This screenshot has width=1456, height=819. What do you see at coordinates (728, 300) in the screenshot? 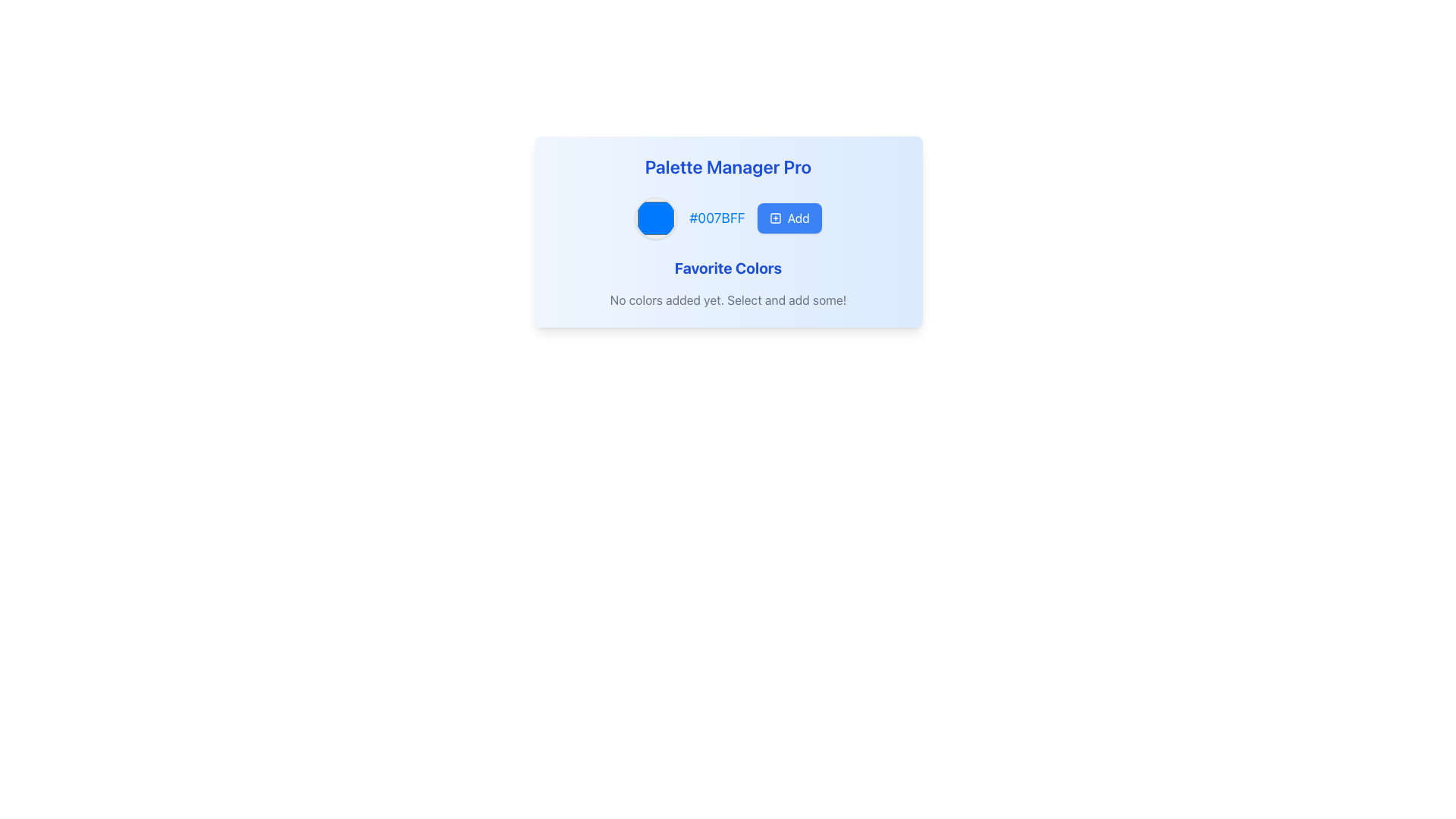
I see `the informative text prompting the user to add colors located beneath the 'Favorite Colors' heading` at bounding box center [728, 300].